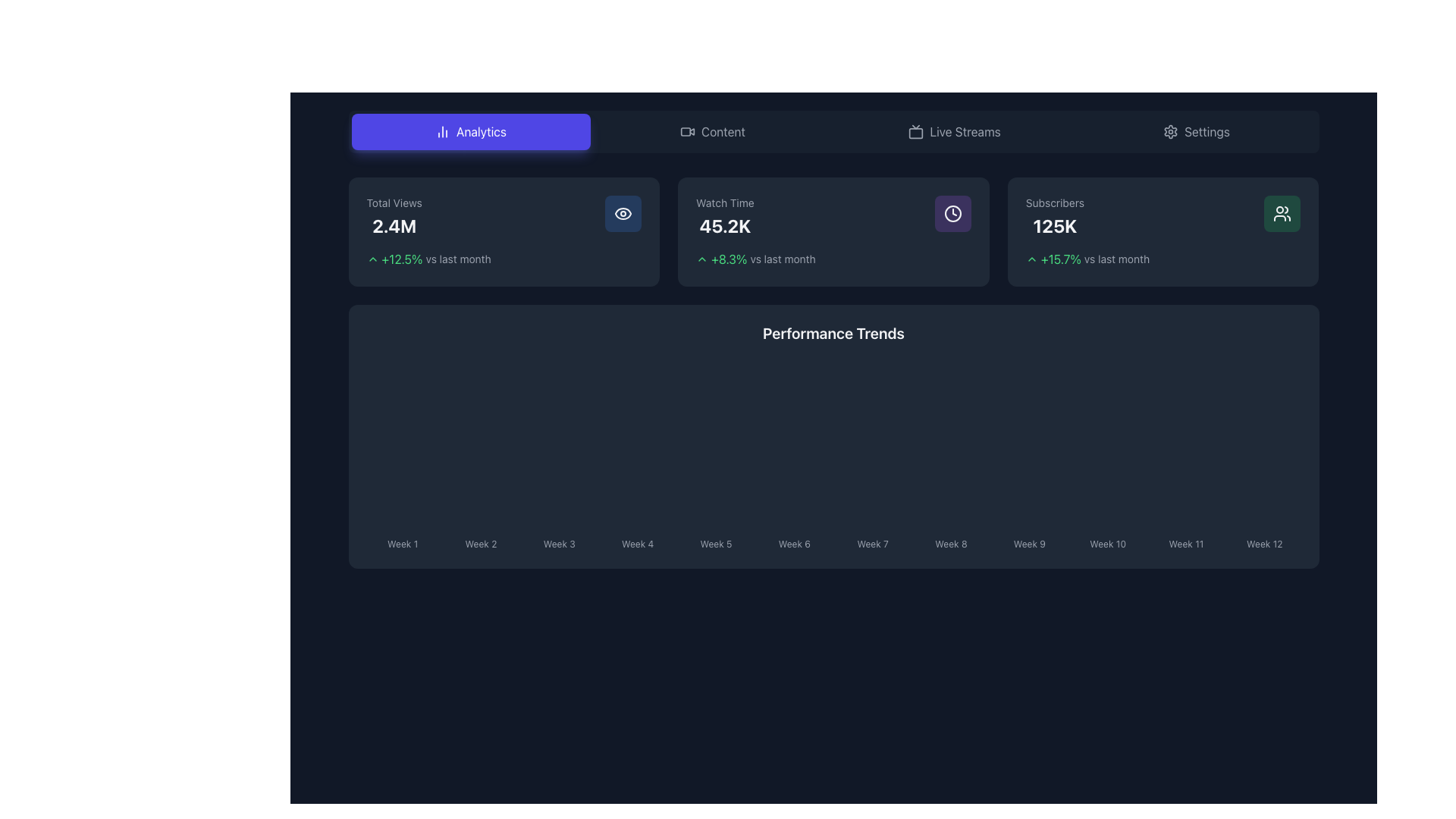 The width and height of the screenshot is (1456, 819). What do you see at coordinates (623, 213) in the screenshot?
I see `the visibility icon located at the top-right corner of the 'Total Views' section, positioned to the right of the '2.4M' text` at bounding box center [623, 213].